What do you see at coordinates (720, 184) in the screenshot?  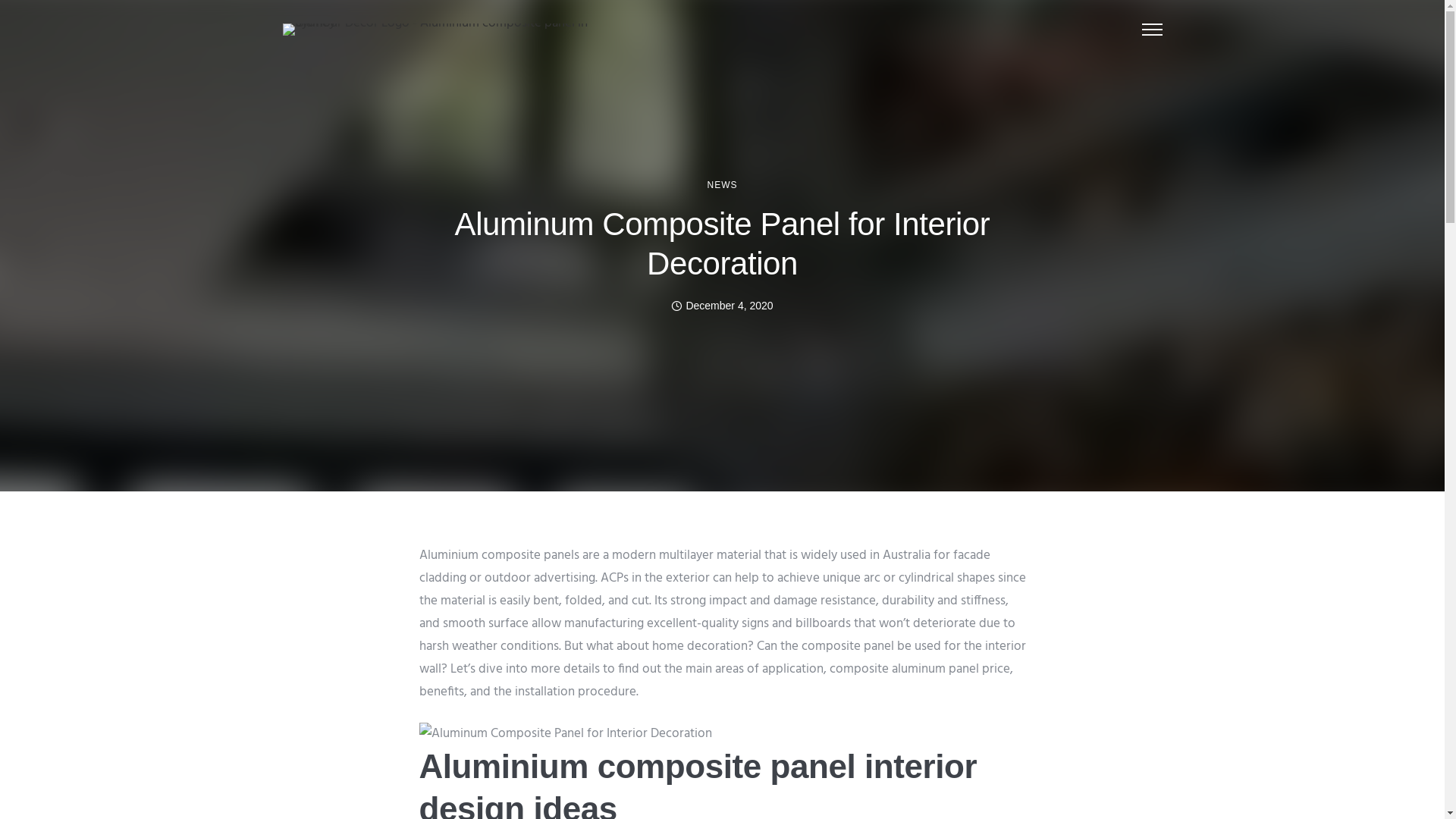 I see `'NEWS'` at bounding box center [720, 184].